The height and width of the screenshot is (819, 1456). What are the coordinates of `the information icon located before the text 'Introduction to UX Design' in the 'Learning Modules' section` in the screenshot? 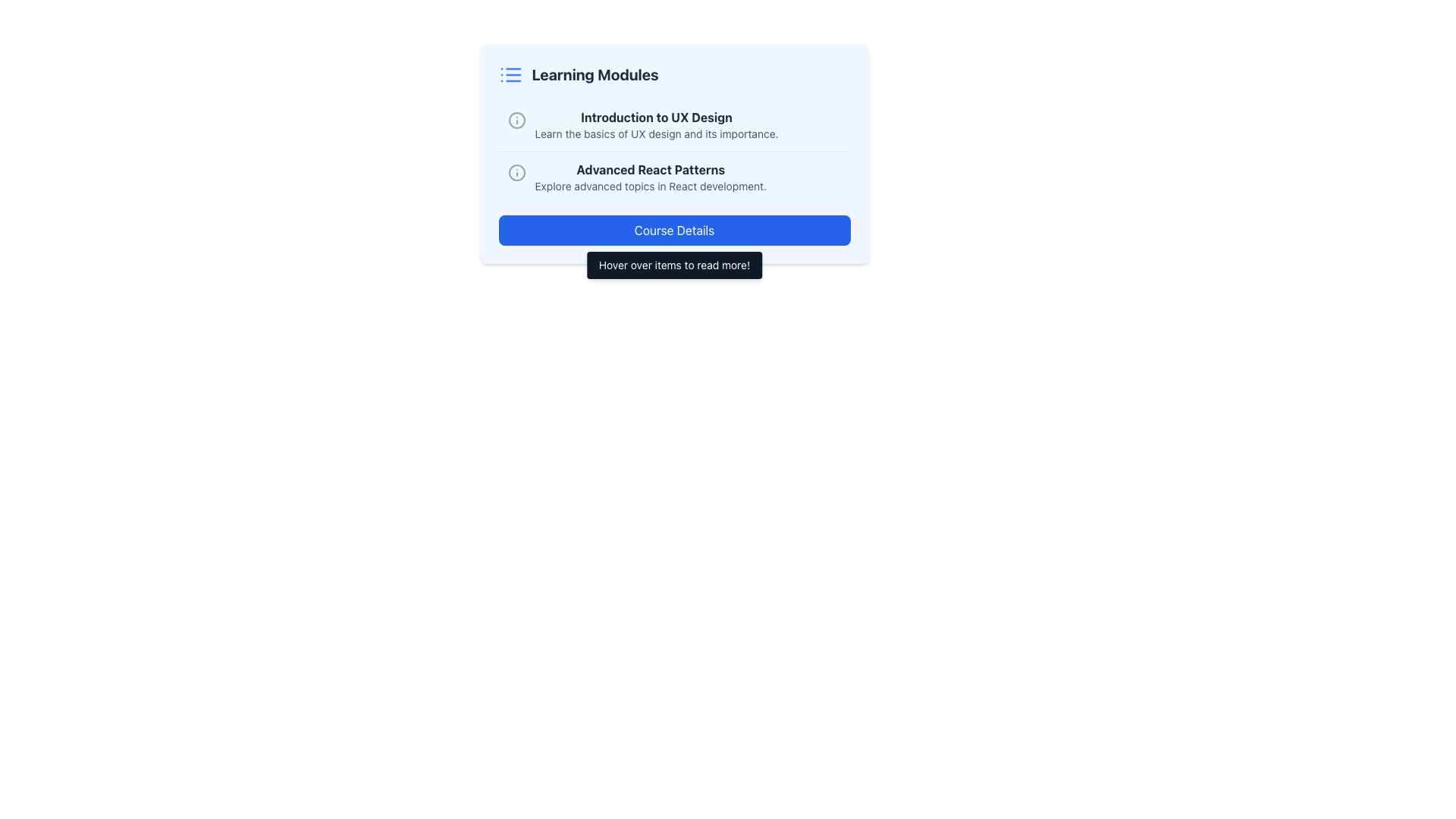 It's located at (516, 119).